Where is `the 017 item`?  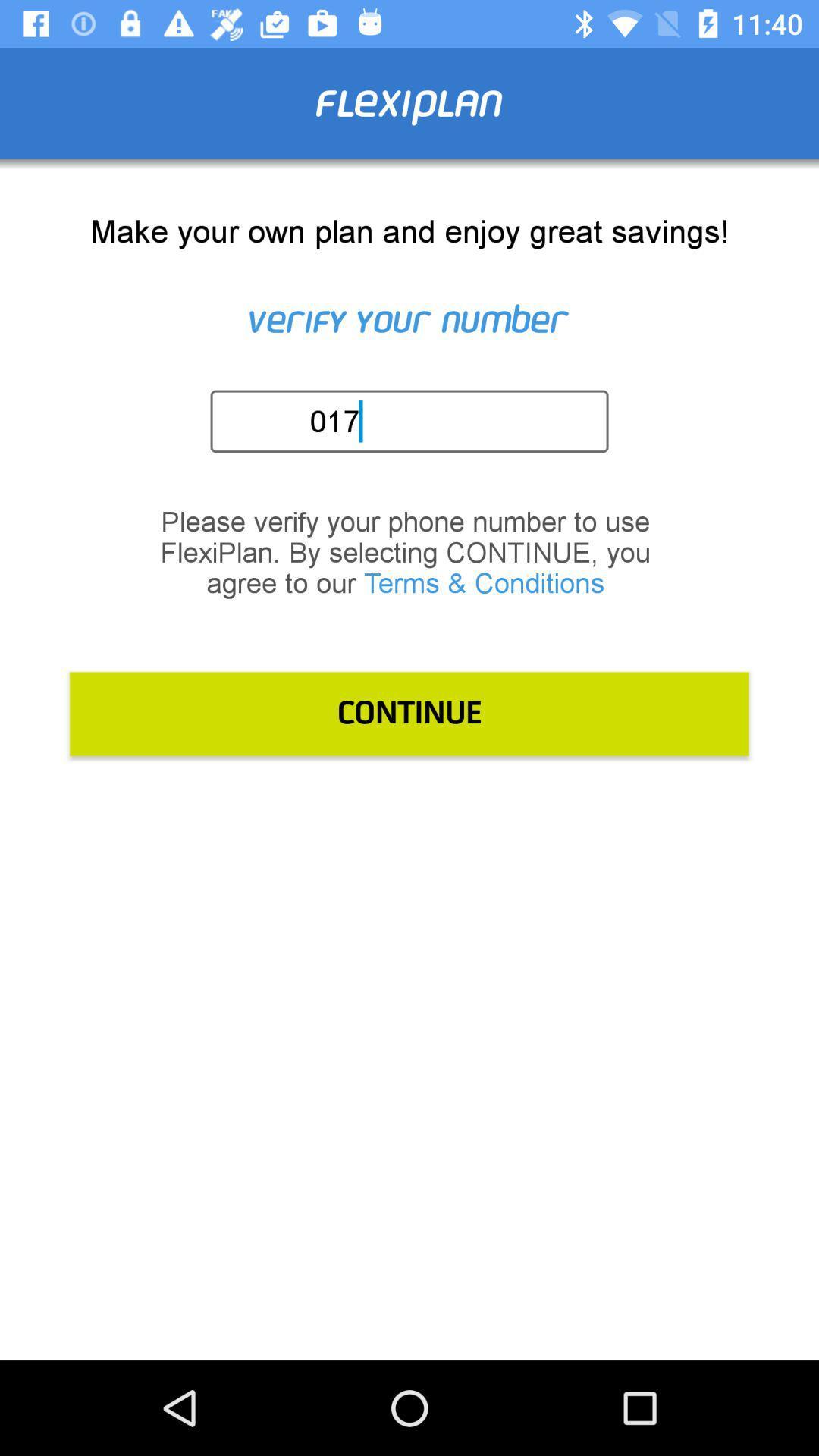 the 017 item is located at coordinates (414, 421).